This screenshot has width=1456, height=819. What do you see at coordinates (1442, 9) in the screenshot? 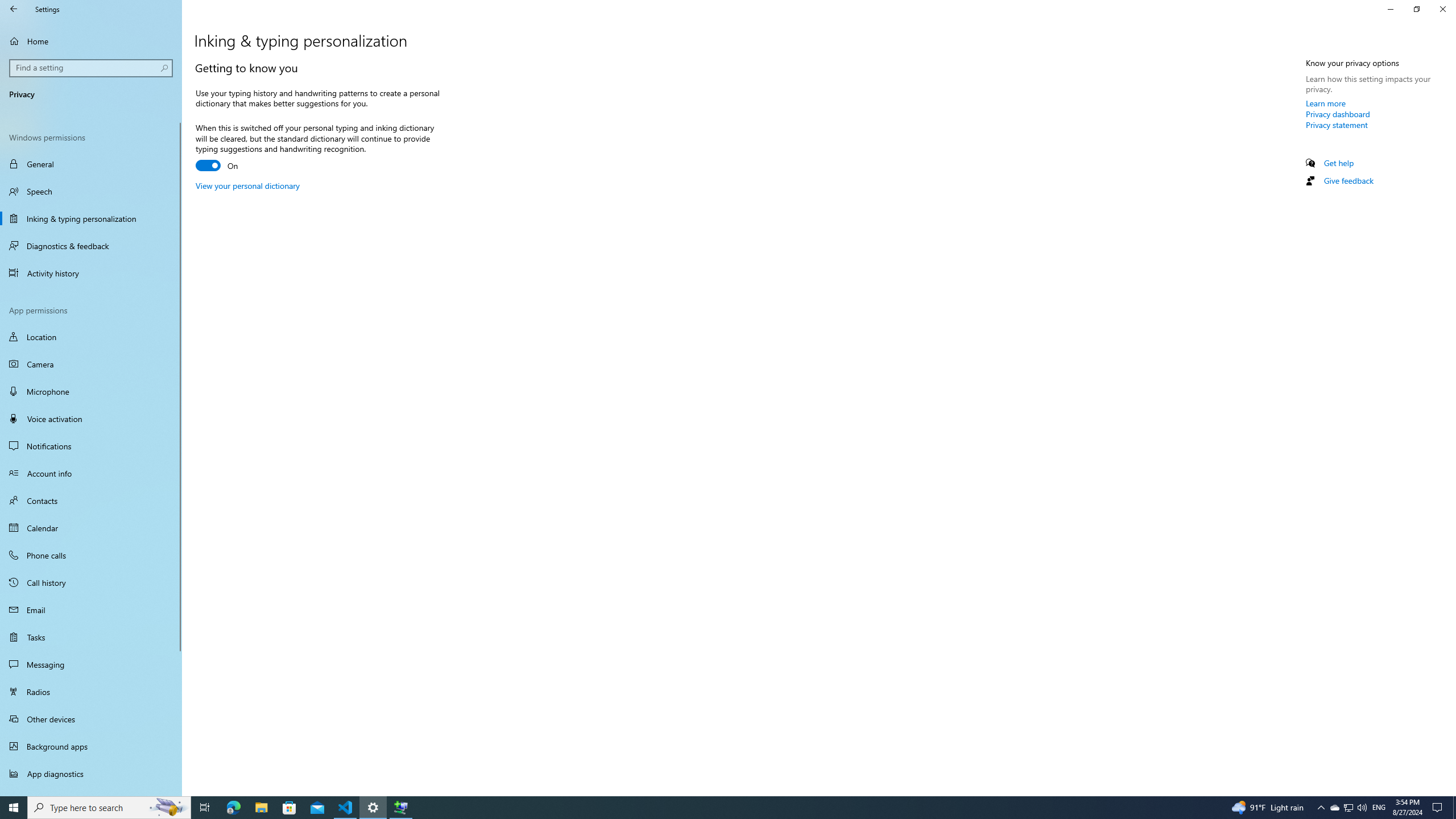
I see `'Close Settings'` at bounding box center [1442, 9].